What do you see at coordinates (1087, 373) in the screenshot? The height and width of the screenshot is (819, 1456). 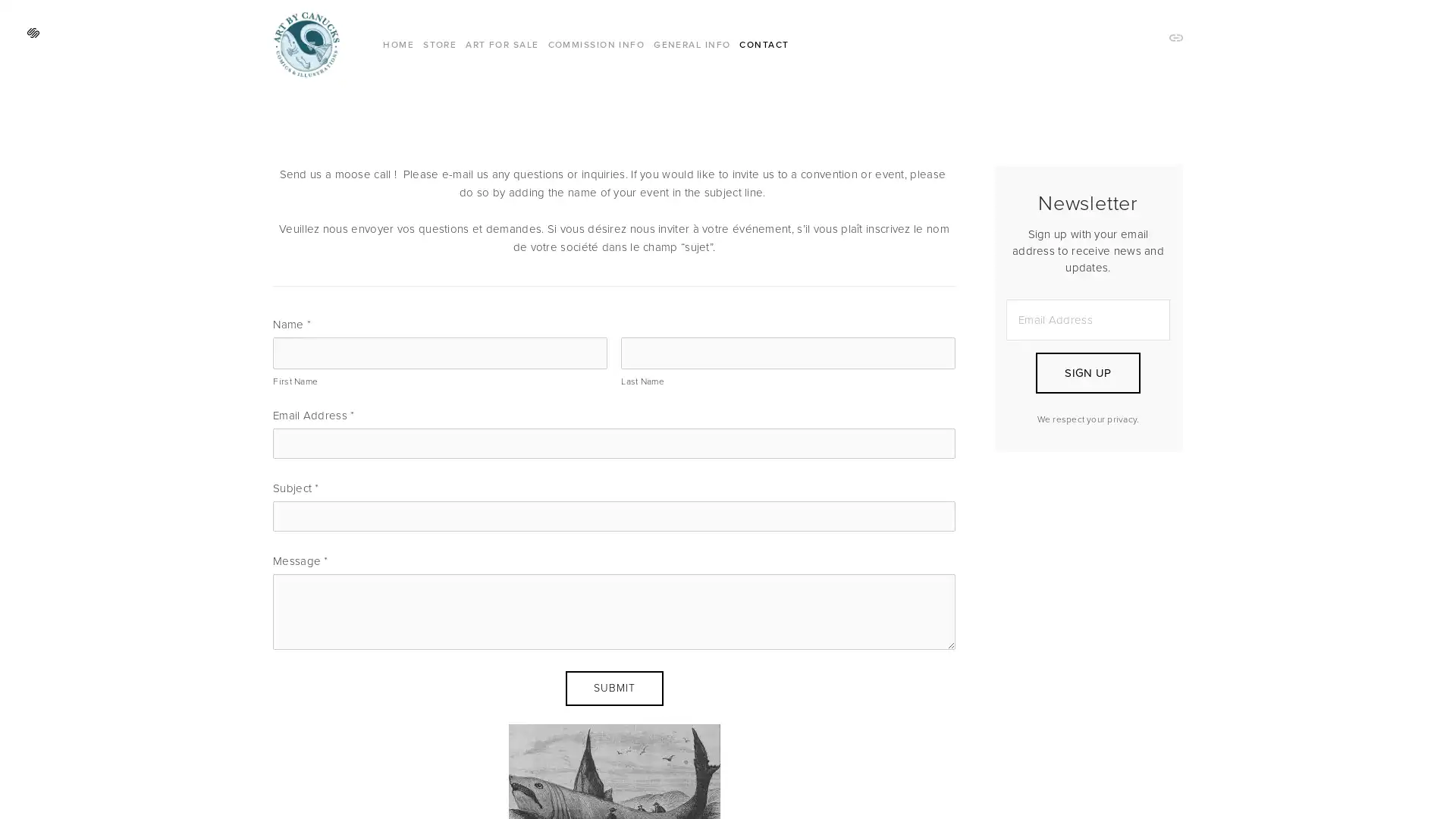 I see `SIGN UP` at bounding box center [1087, 373].